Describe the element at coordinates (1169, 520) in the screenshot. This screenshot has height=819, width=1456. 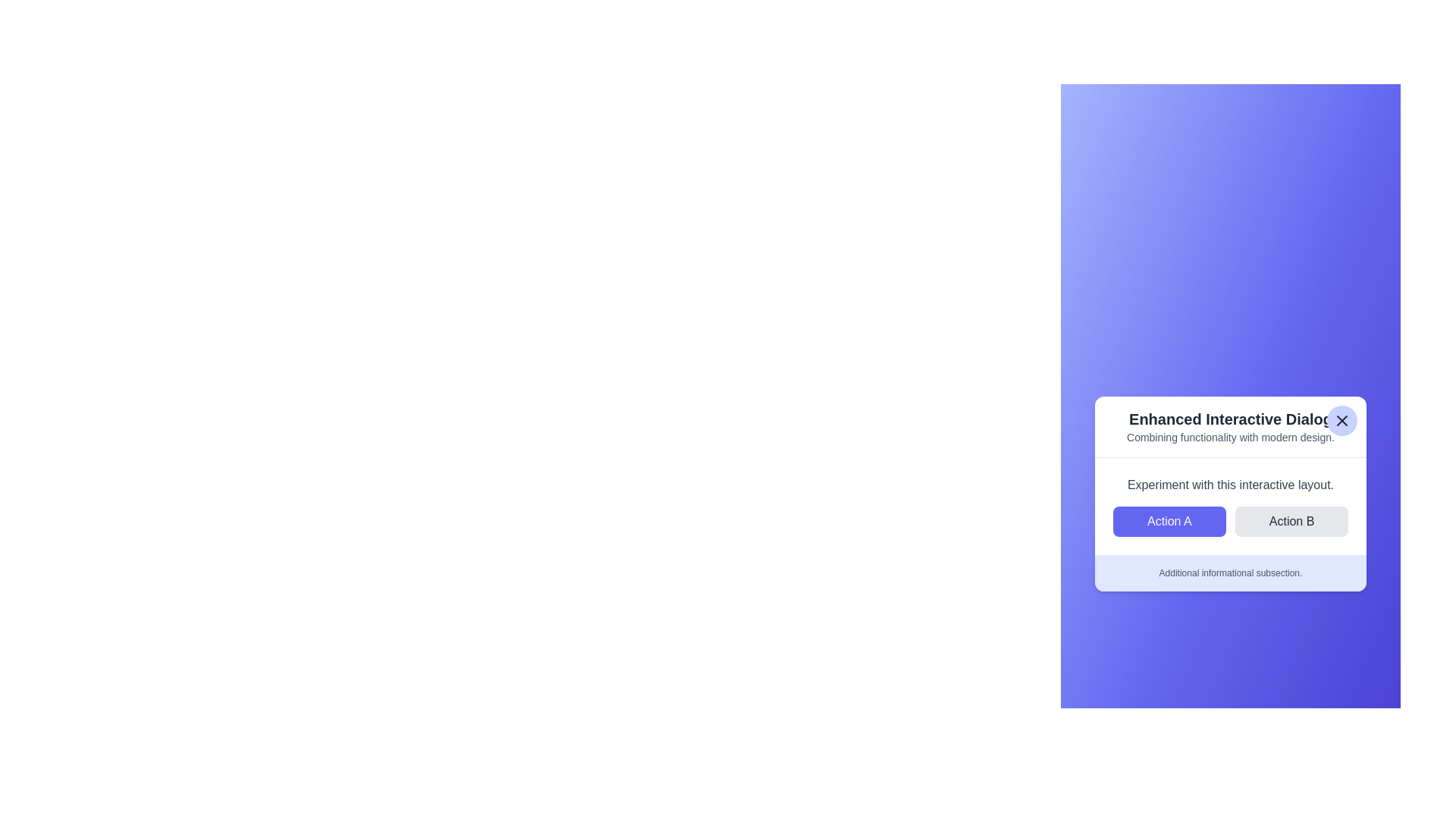
I see `the primary action button labeled 'Action A' located in the lower section of the dialog box` at that location.